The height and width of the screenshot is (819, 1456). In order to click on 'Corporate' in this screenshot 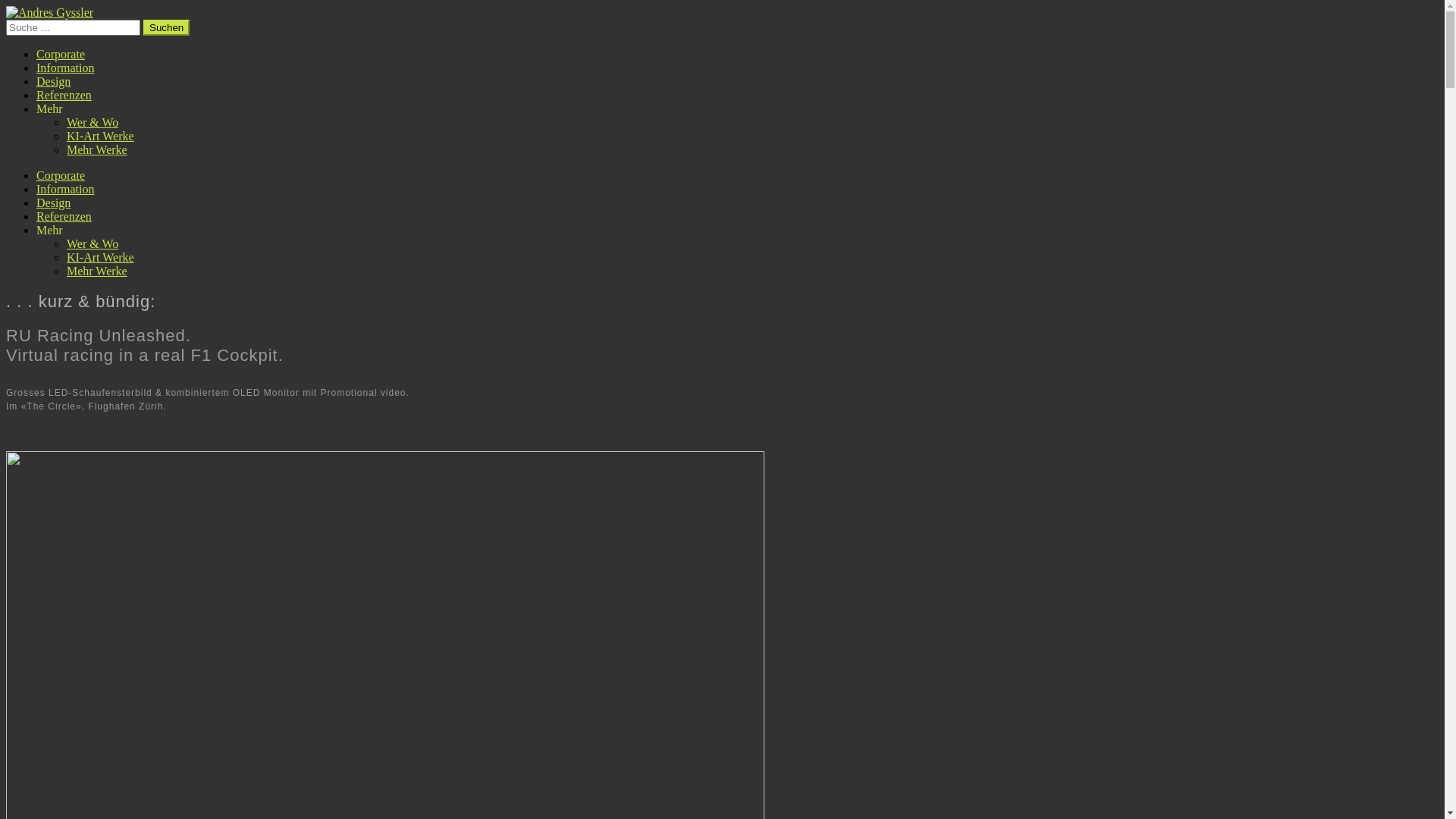, I will do `click(61, 174)`.